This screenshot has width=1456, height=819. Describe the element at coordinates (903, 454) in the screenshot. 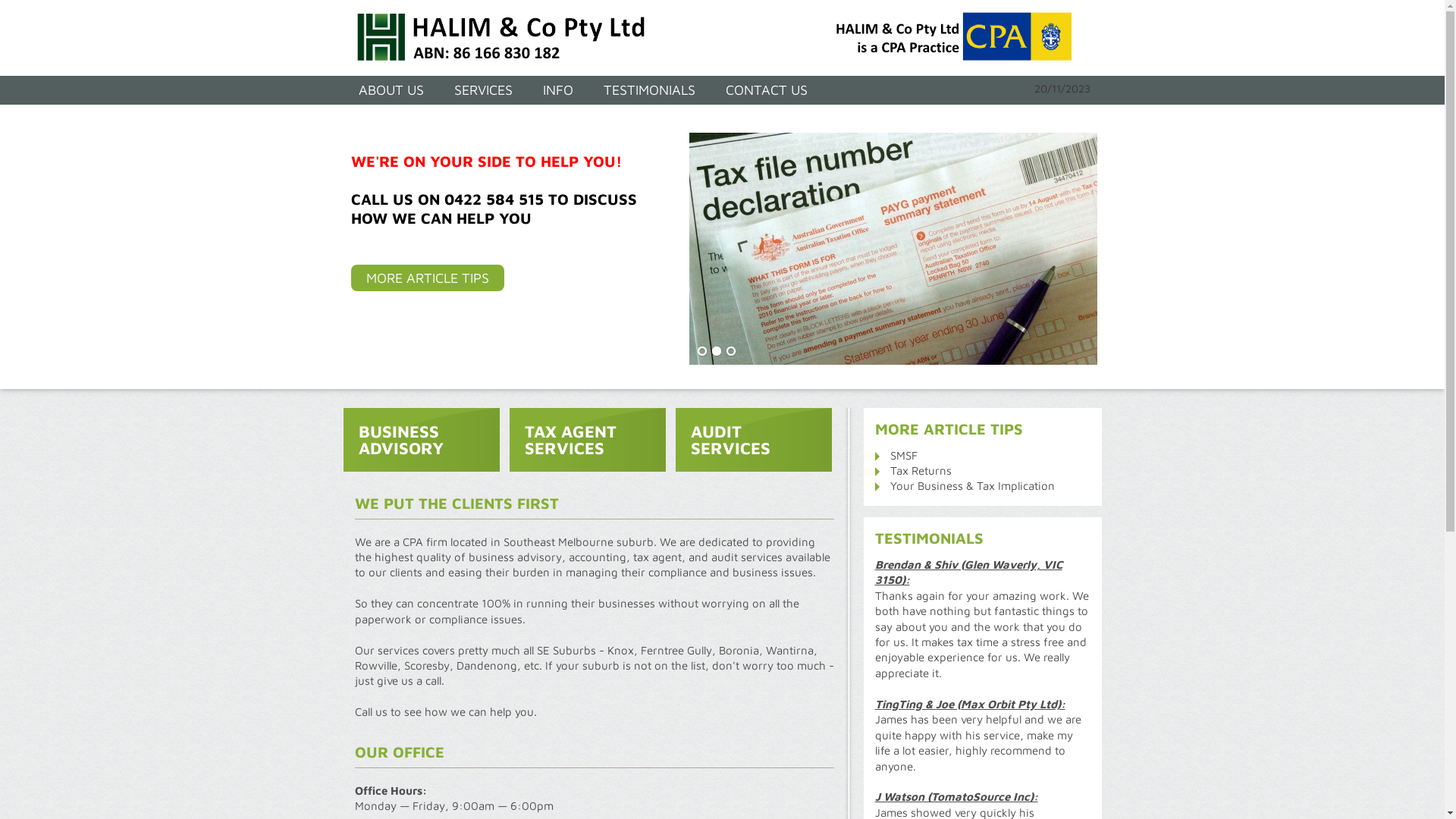

I see `'SMSF'` at that location.